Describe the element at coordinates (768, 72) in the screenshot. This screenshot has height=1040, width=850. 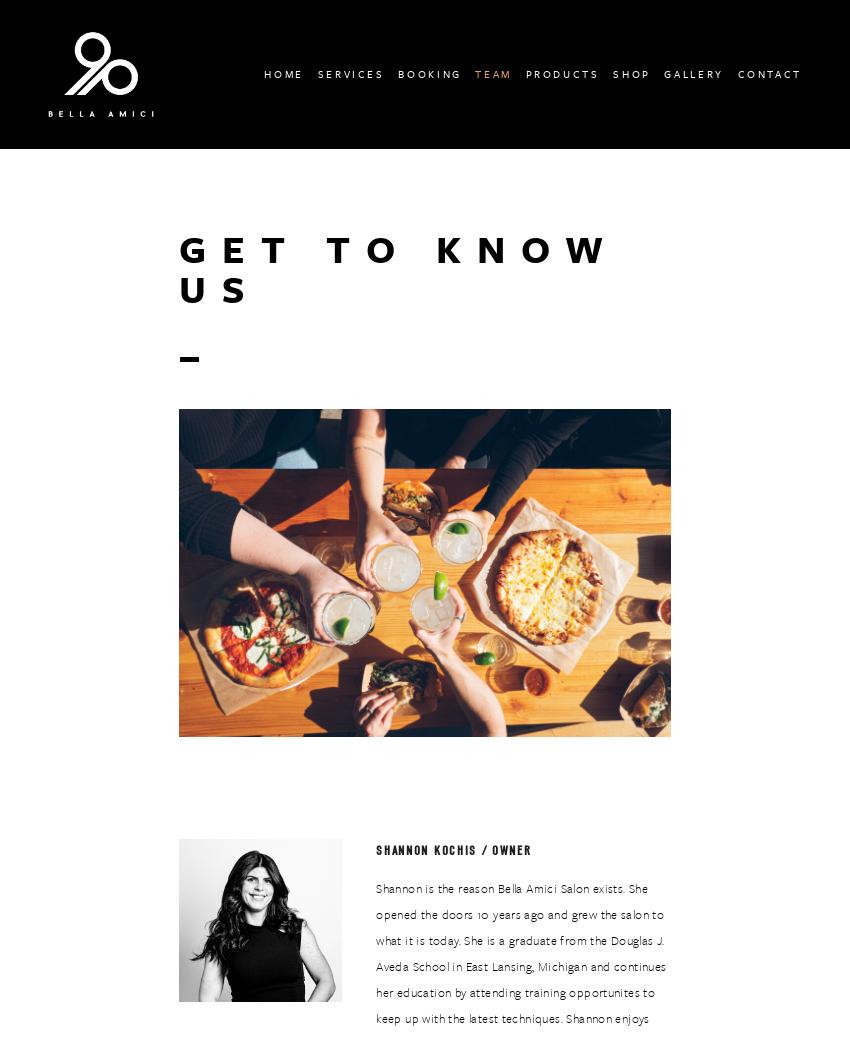
I see `'Contact'` at that location.